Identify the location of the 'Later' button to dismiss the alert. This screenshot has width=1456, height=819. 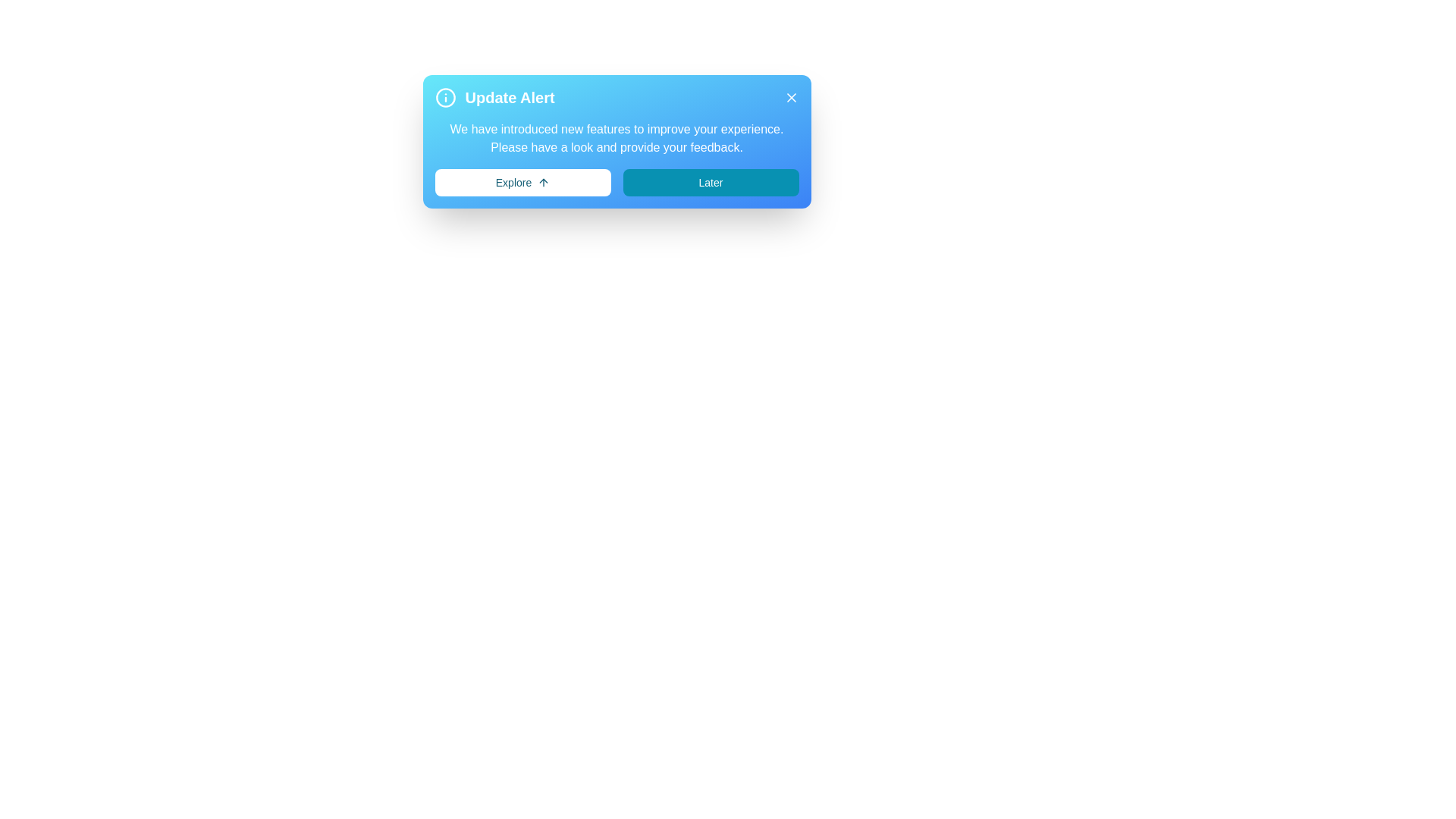
(710, 181).